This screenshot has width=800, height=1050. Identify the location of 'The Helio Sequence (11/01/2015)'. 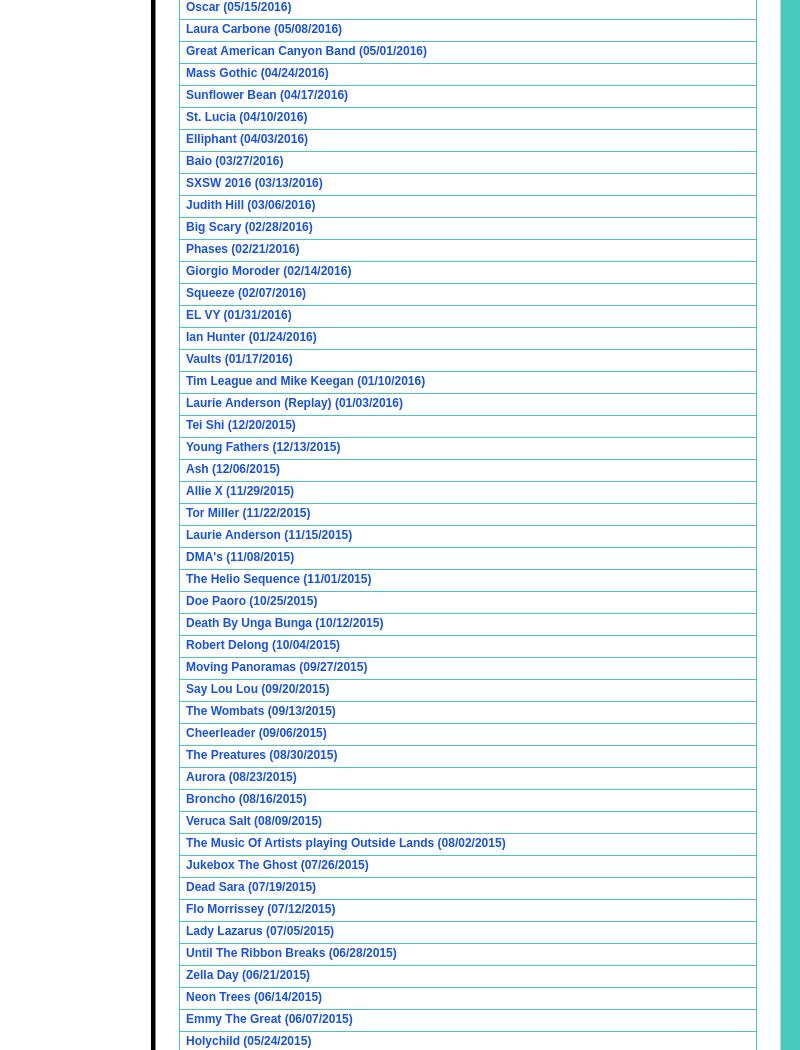
(185, 577).